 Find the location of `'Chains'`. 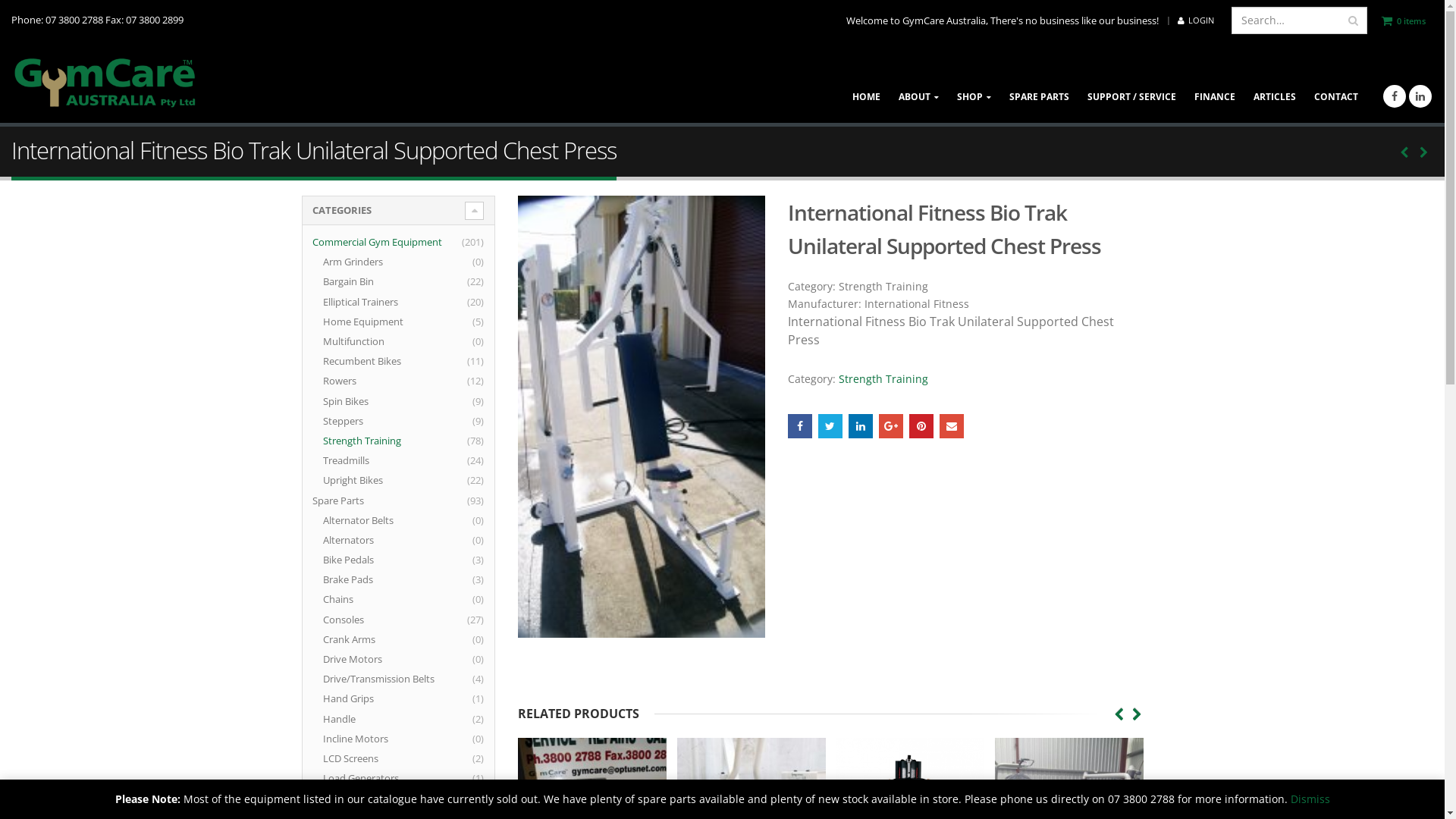

'Chains' is located at coordinates (347, 598).